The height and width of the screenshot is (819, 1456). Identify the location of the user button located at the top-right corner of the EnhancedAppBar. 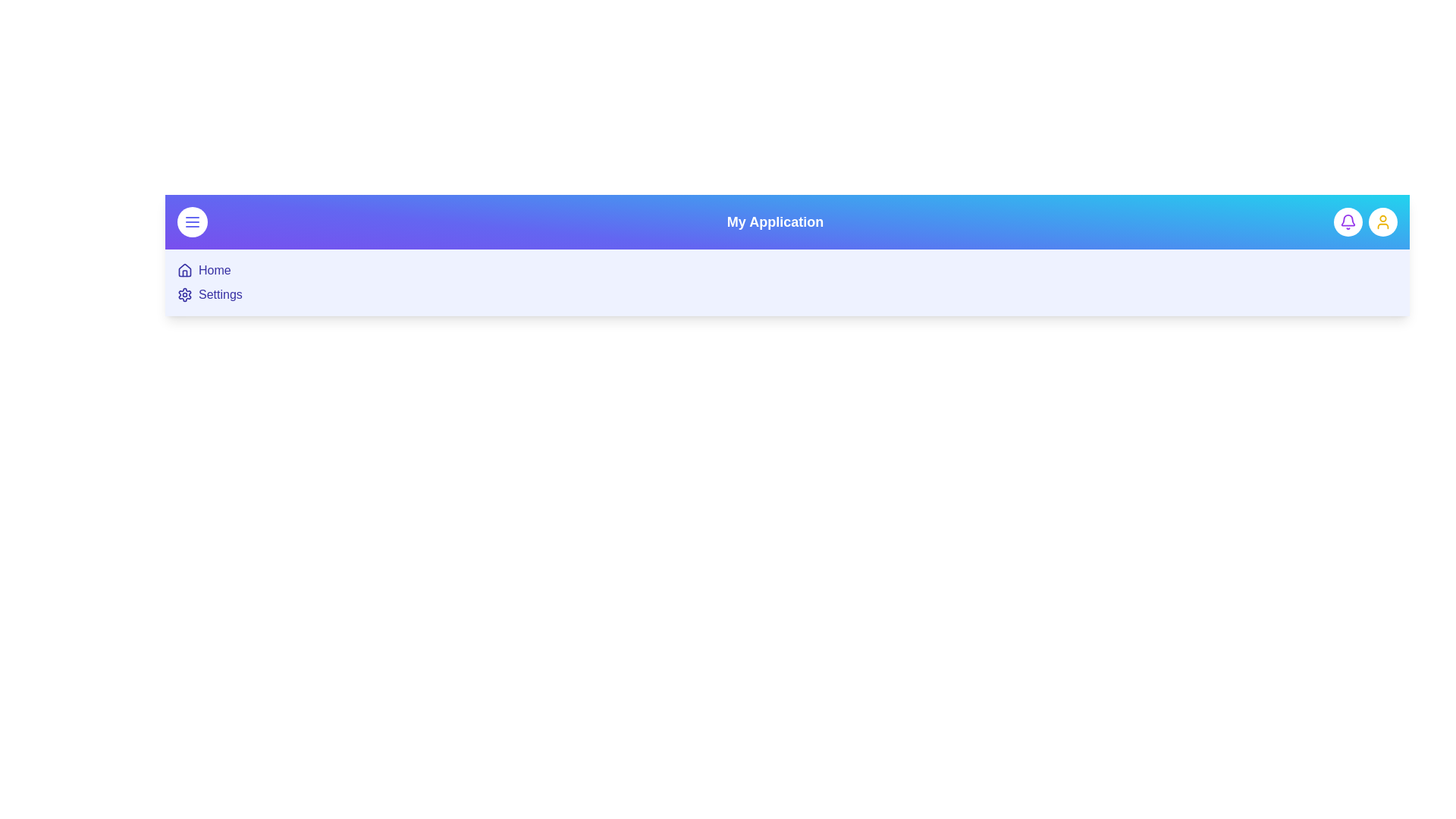
(1383, 222).